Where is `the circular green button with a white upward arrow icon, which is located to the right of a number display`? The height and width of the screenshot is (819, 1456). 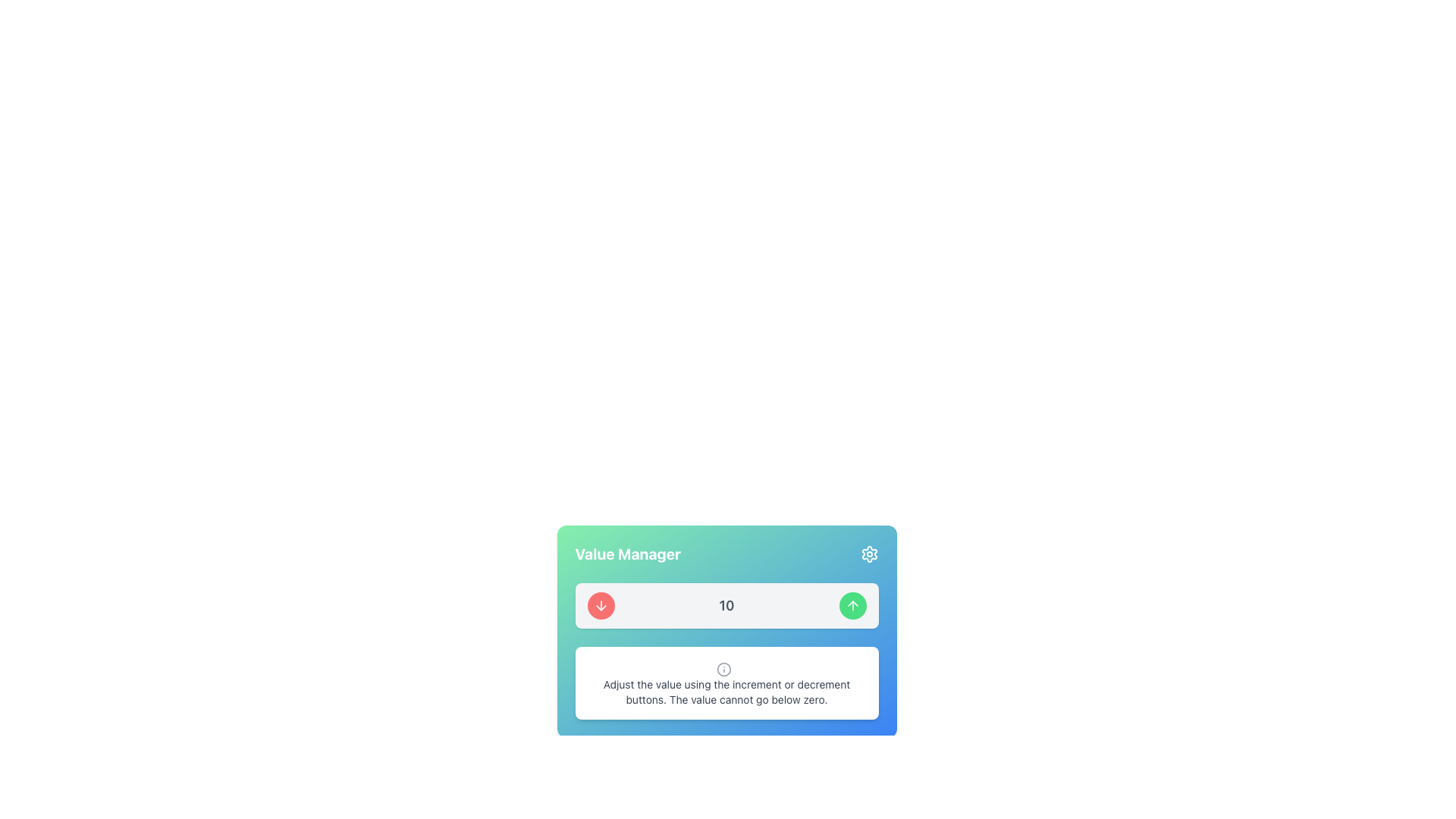 the circular green button with a white upward arrow icon, which is located to the right of a number display is located at coordinates (852, 604).